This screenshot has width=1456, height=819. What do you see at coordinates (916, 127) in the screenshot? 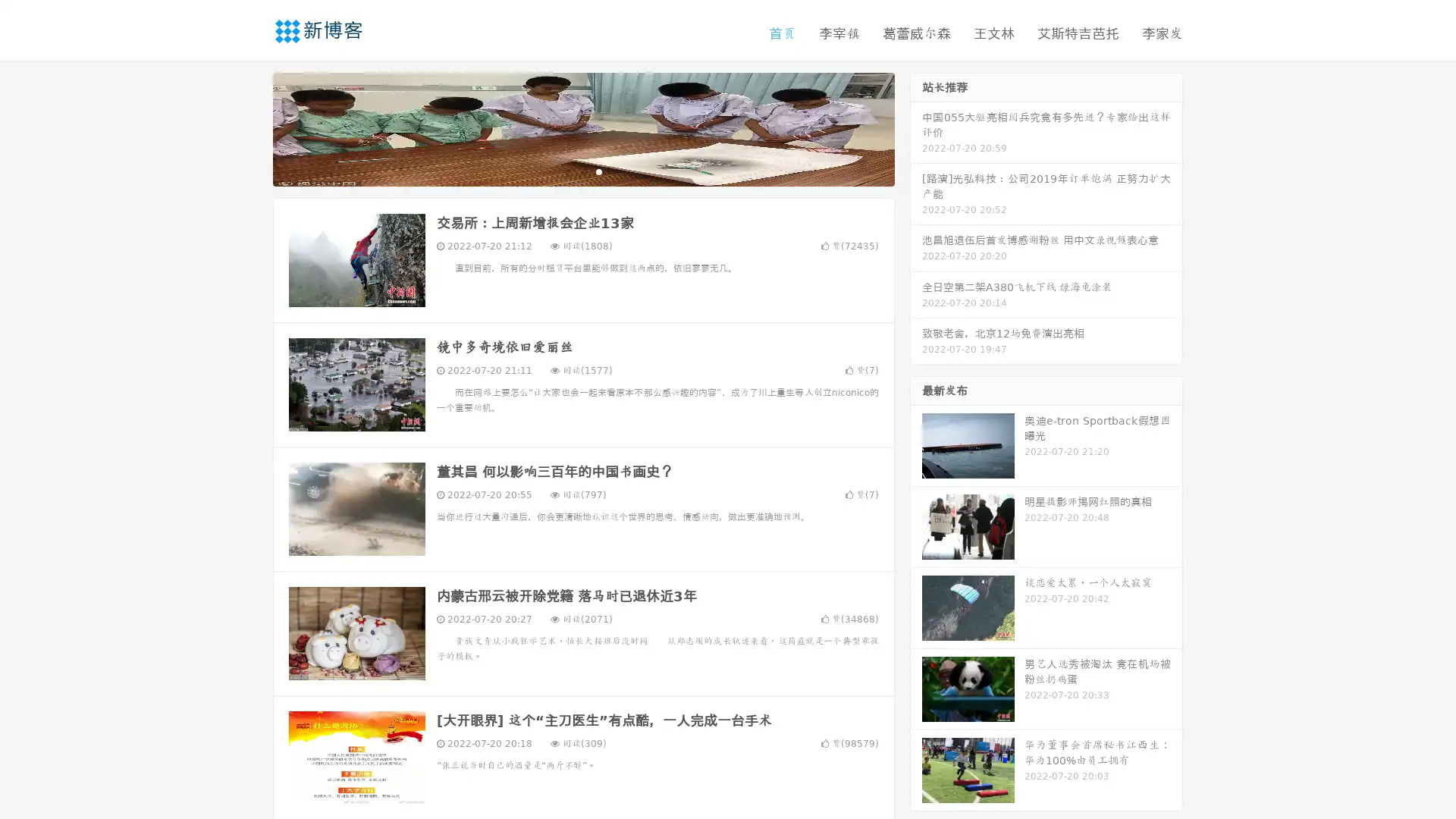
I see `Next slide` at bounding box center [916, 127].